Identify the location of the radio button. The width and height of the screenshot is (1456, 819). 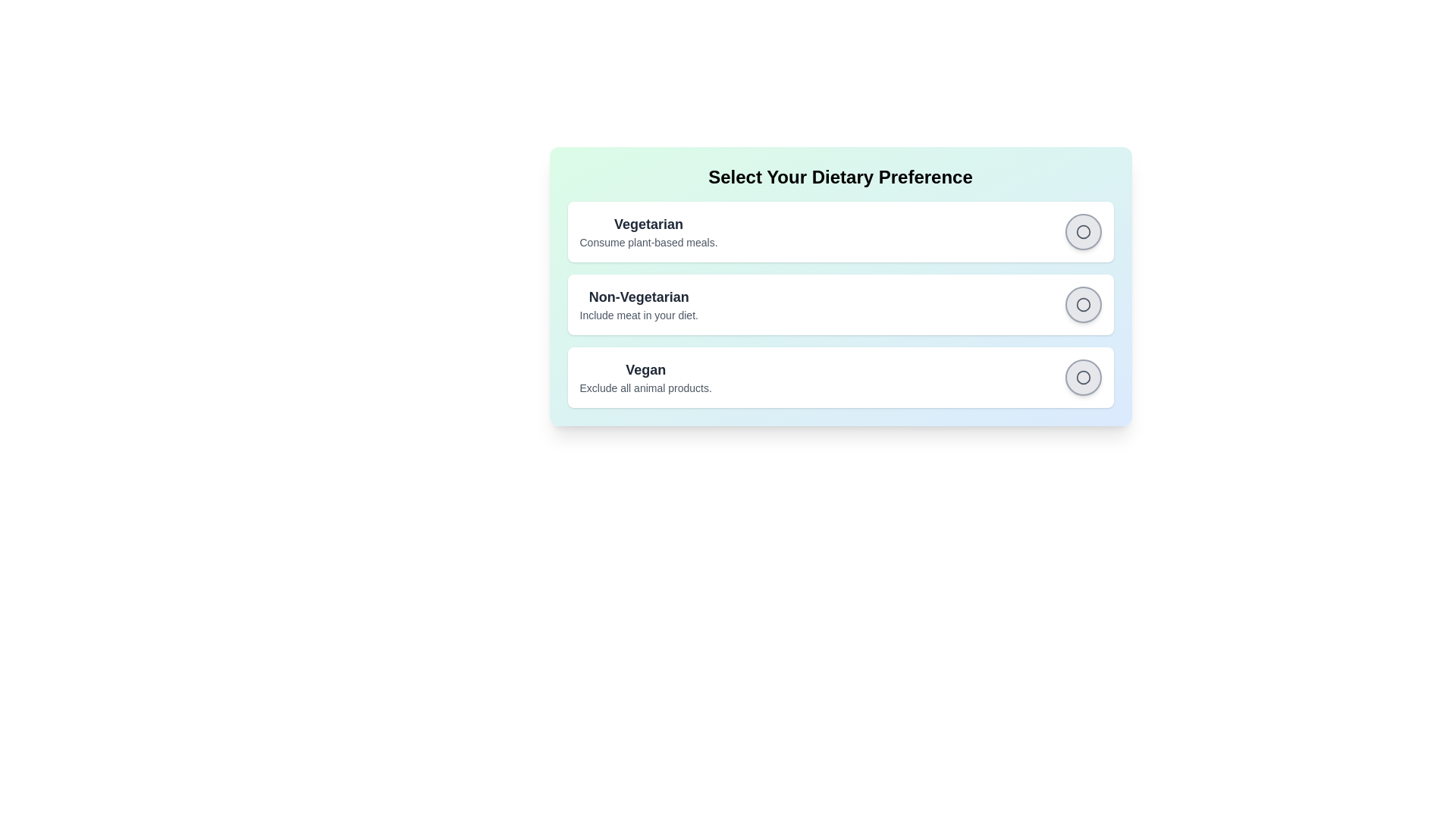
(1082, 304).